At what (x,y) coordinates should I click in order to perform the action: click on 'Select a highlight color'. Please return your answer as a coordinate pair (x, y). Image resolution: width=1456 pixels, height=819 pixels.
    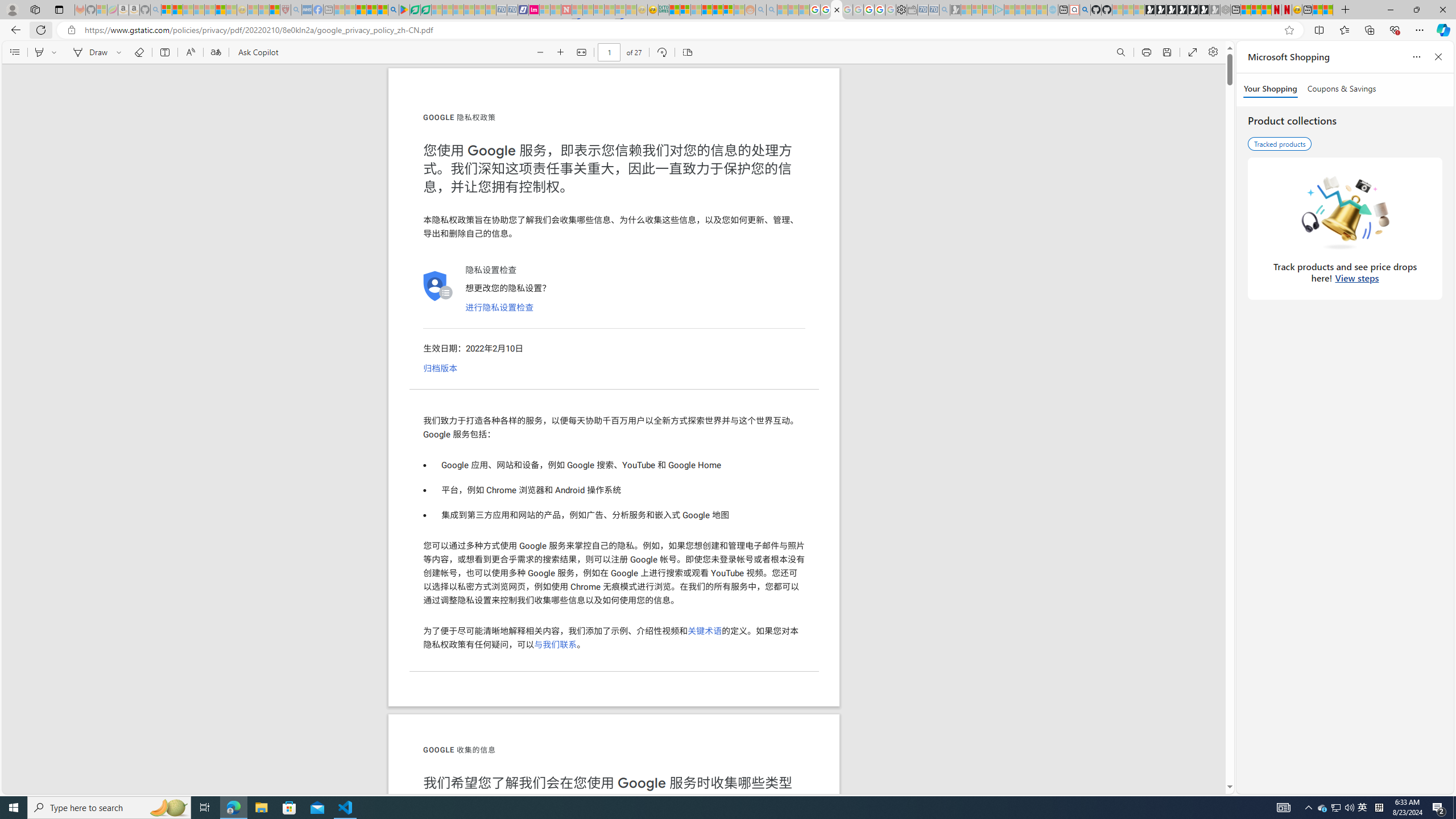
    Looking at the image, I should click on (55, 52).